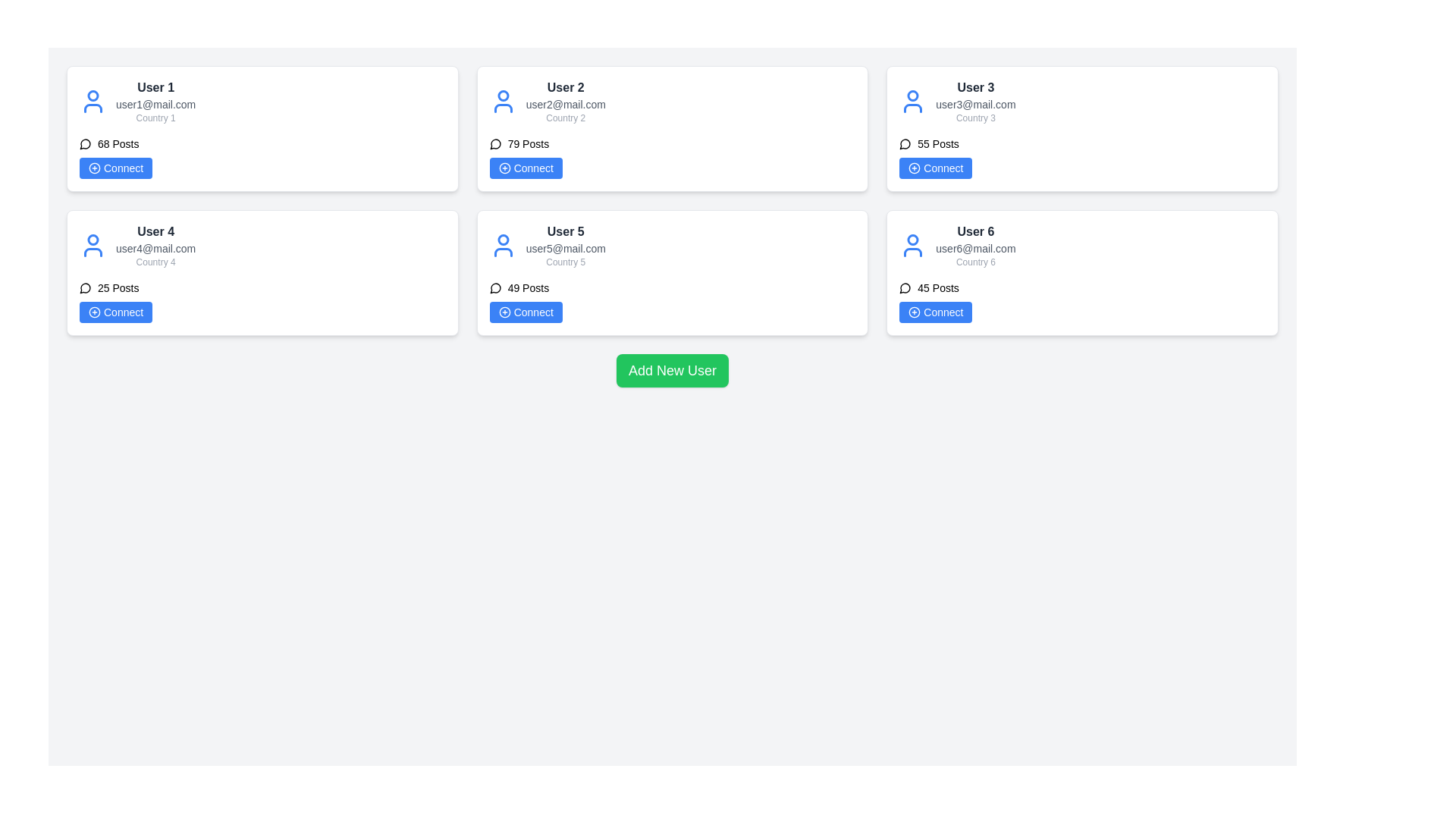 This screenshot has width=1456, height=819. What do you see at coordinates (975, 231) in the screenshot?
I see `the text label that serves as the primary identifier or title for the card, located at the top of the card in the bottom-right corner of the layout` at bounding box center [975, 231].